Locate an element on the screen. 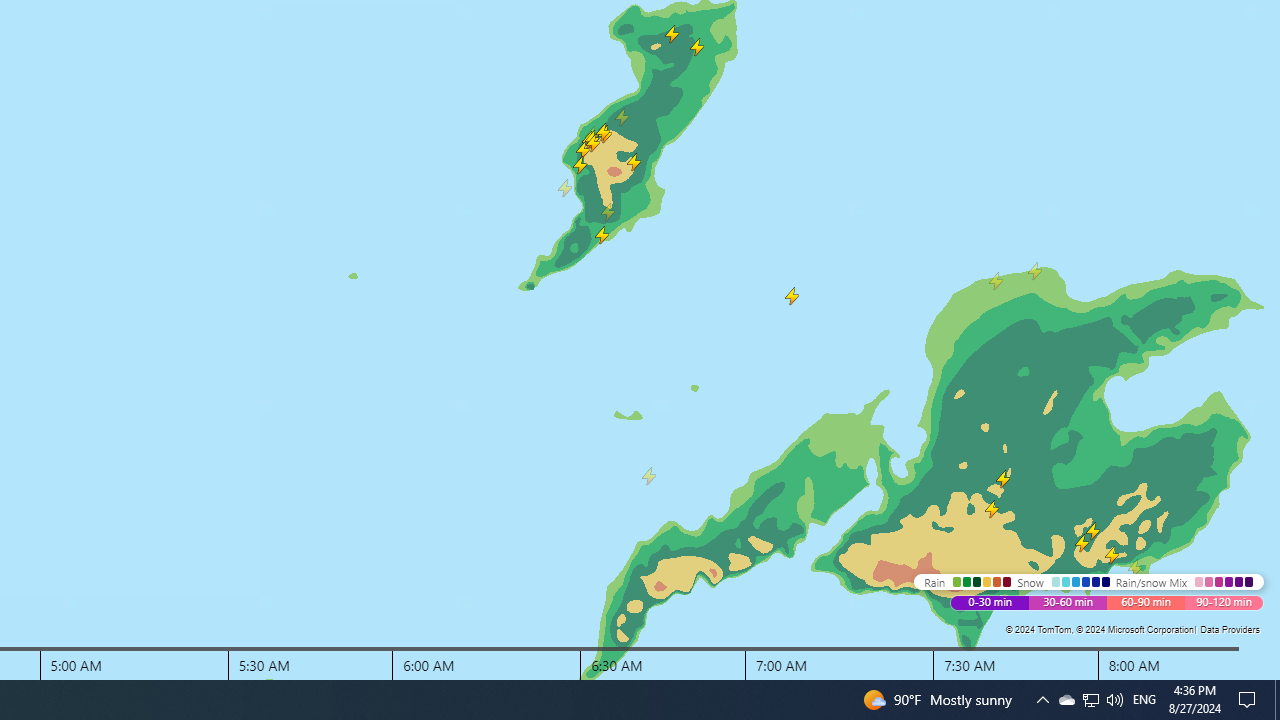  'Tray Input Indicator - English (United States)' is located at coordinates (1090, 698).